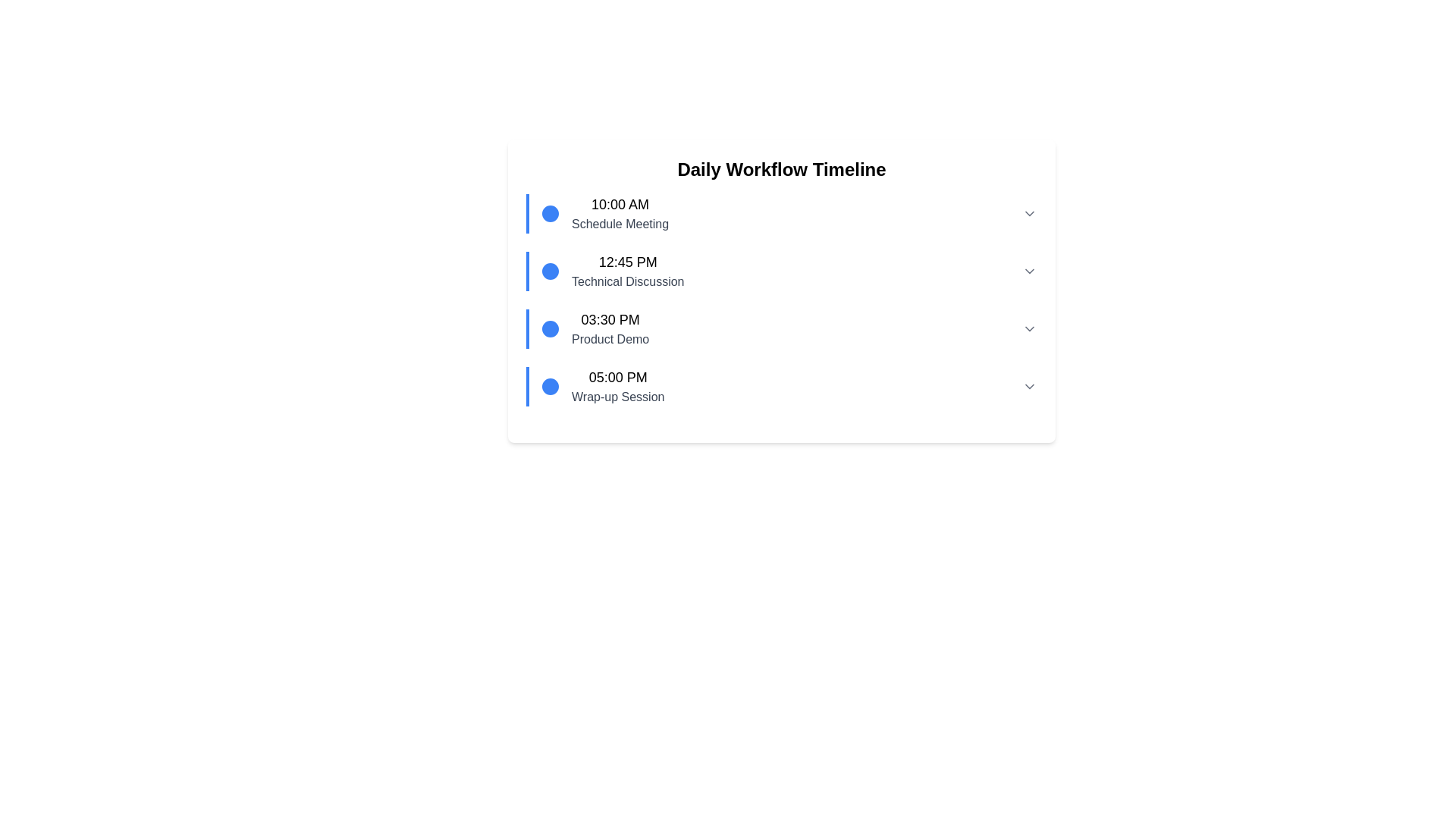  Describe the element at coordinates (549, 213) in the screenshot. I see `the first circular blue icon associated with the '10:00 AM Schedule Meeting' event` at that location.